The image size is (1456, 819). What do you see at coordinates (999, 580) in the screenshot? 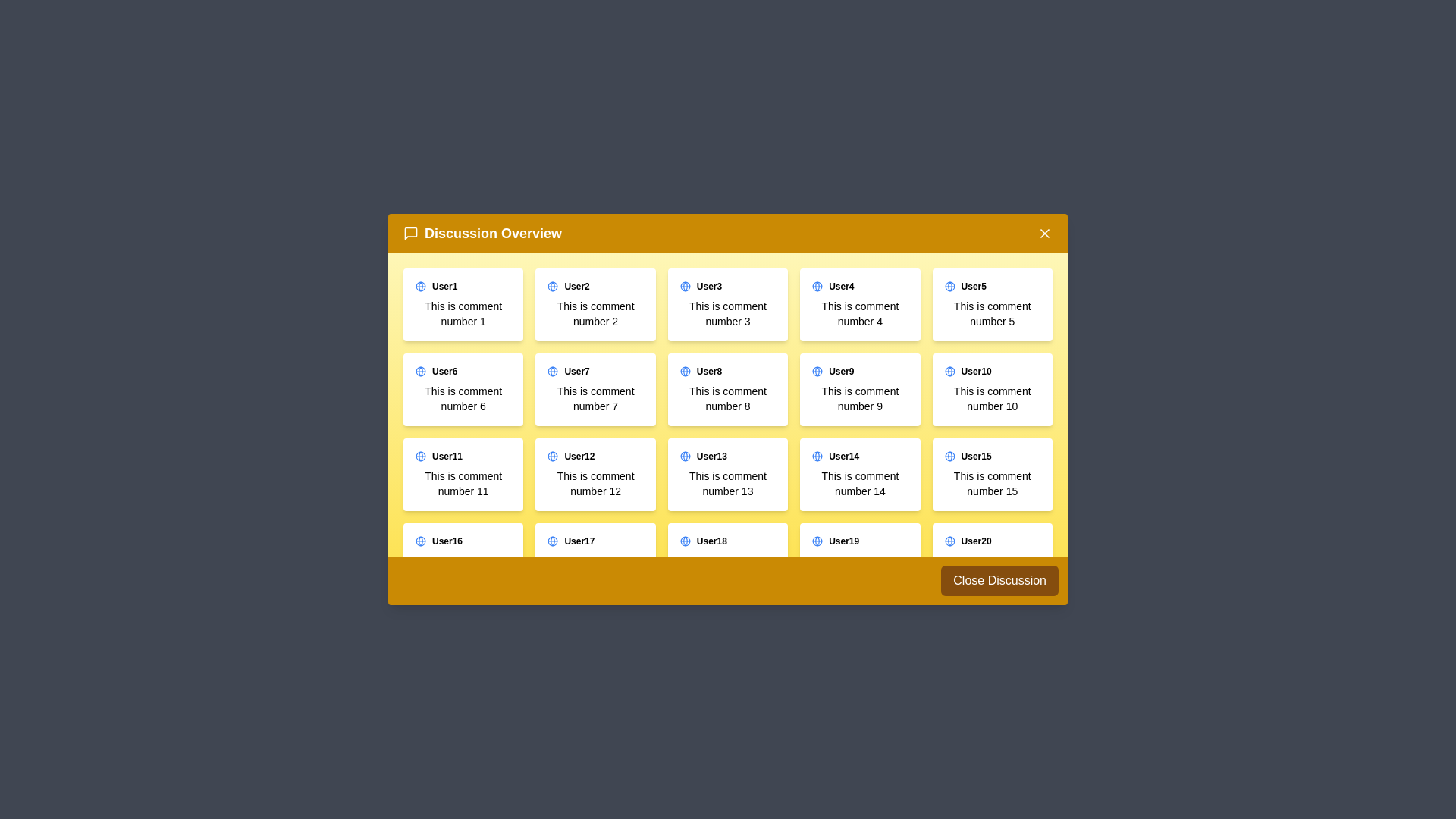
I see `the 'Close Discussion' button to close the modal` at bounding box center [999, 580].